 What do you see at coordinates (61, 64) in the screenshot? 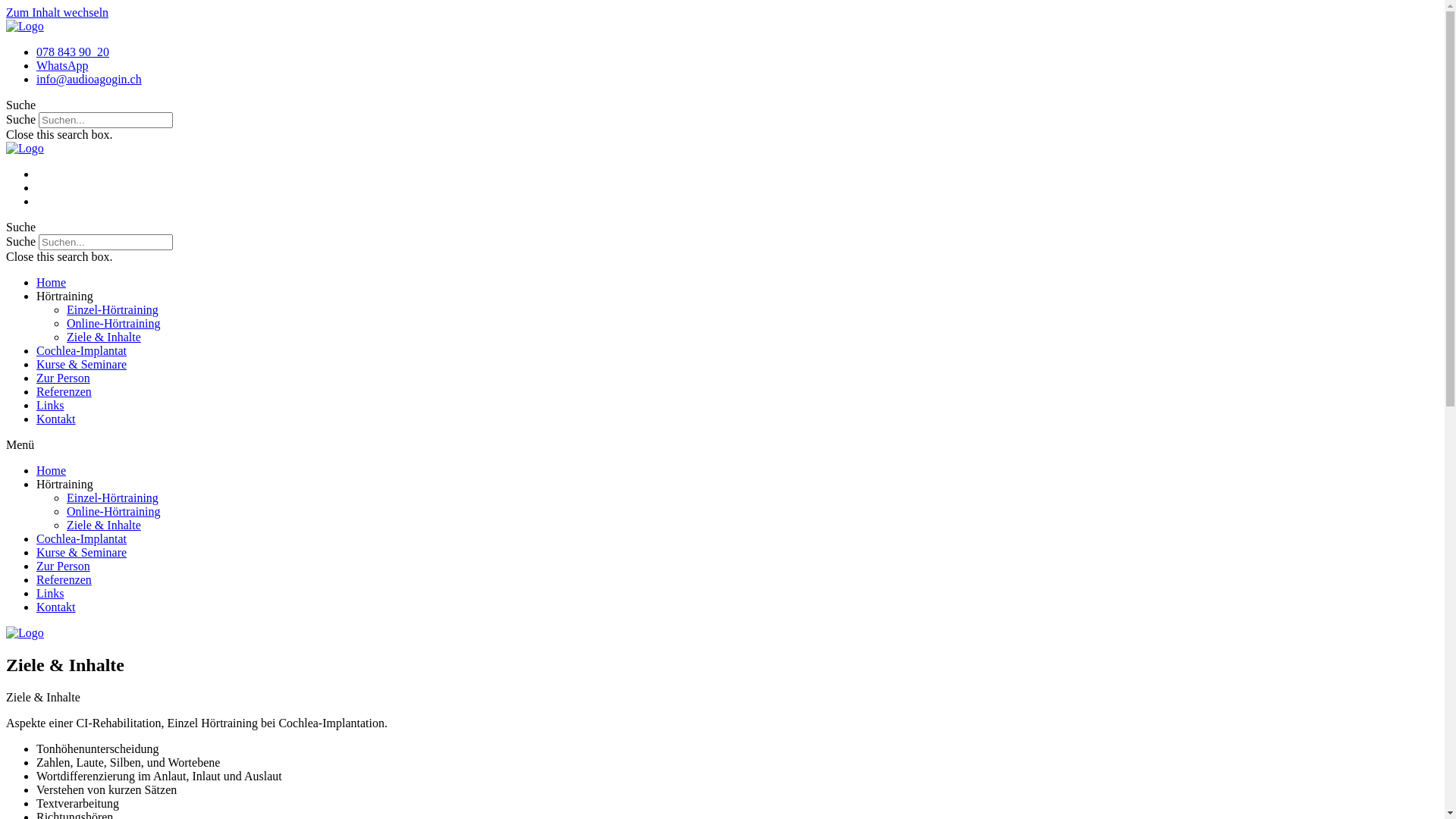
I see `'WhatsApp'` at bounding box center [61, 64].